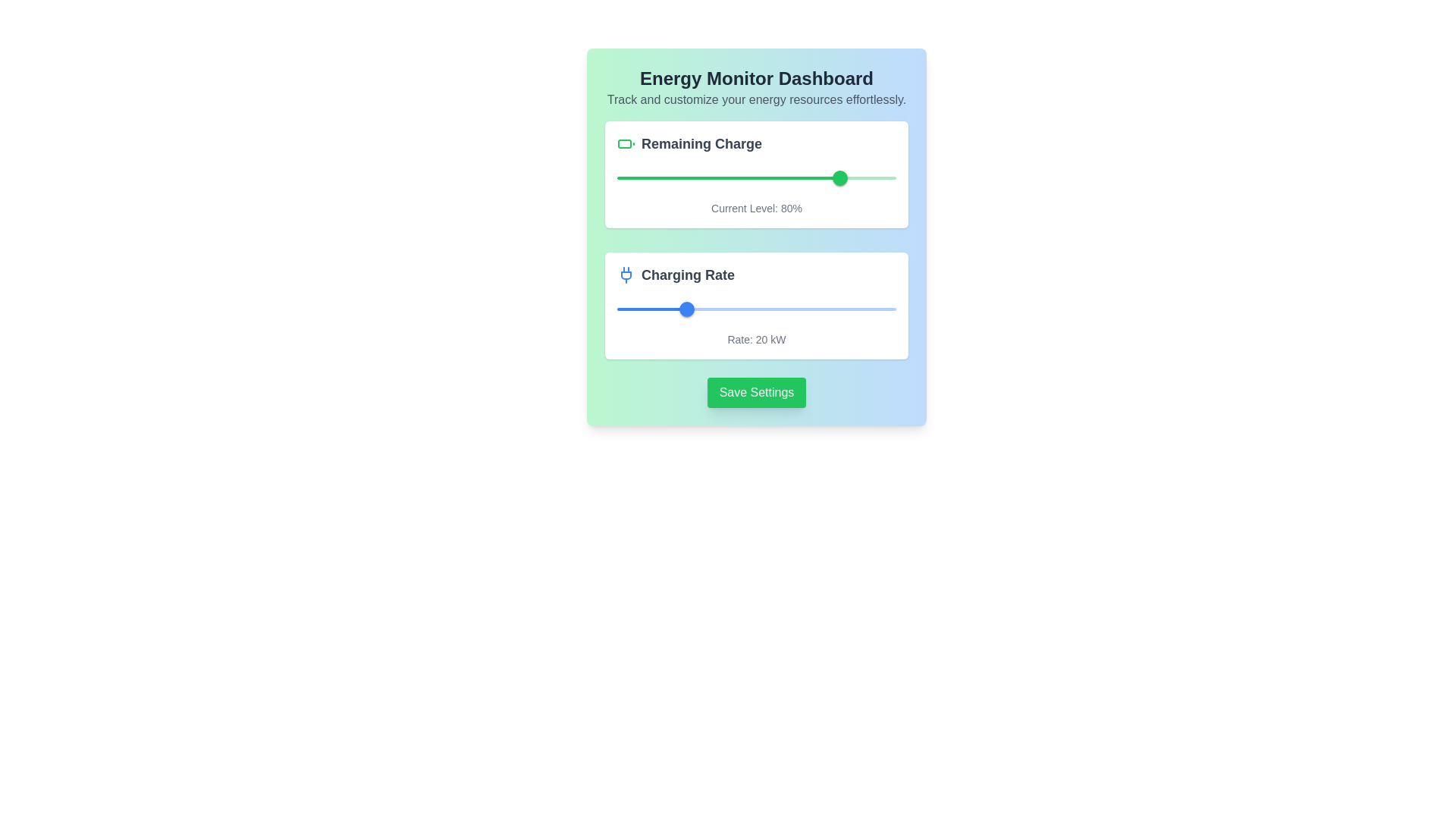 The width and height of the screenshot is (1456, 819). Describe the element at coordinates (757, 309) in the screenshot. I see `the blue track of the slider control to adjust its position, located below the 'Charging Rate' label and above the 'Rate: 20 kW' text` at that location.